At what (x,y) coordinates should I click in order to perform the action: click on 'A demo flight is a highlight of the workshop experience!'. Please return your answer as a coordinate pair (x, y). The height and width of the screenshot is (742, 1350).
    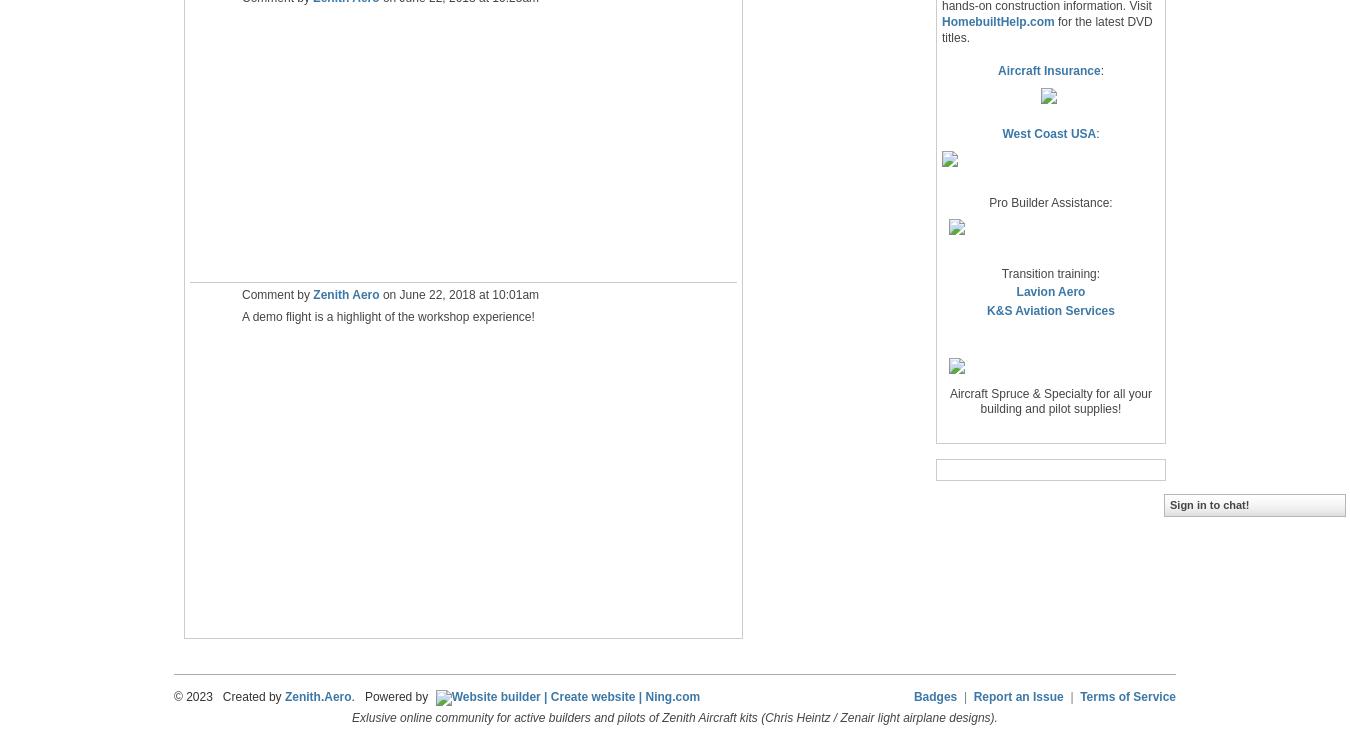
    Looking at the image, I should click on (387, 316).